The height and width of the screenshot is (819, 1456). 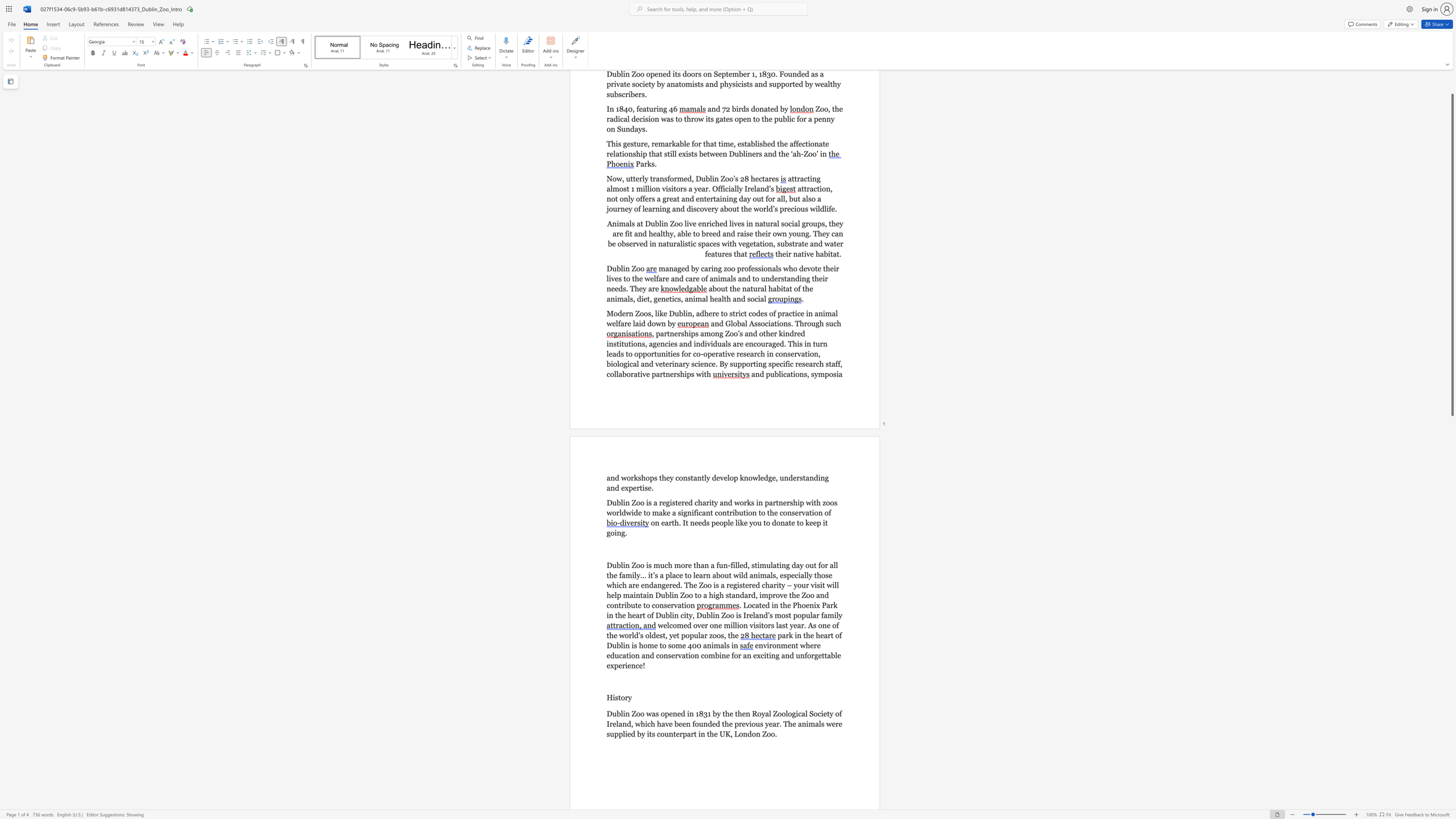 What do you see at coordinates (661, 323) in the screenshot?
I see `the subset text "n by" within the text "Modern Zoos, like Dublin, adhere to strict codes of practice in animal welfare laid down by"` at bounding box center [661, 323].